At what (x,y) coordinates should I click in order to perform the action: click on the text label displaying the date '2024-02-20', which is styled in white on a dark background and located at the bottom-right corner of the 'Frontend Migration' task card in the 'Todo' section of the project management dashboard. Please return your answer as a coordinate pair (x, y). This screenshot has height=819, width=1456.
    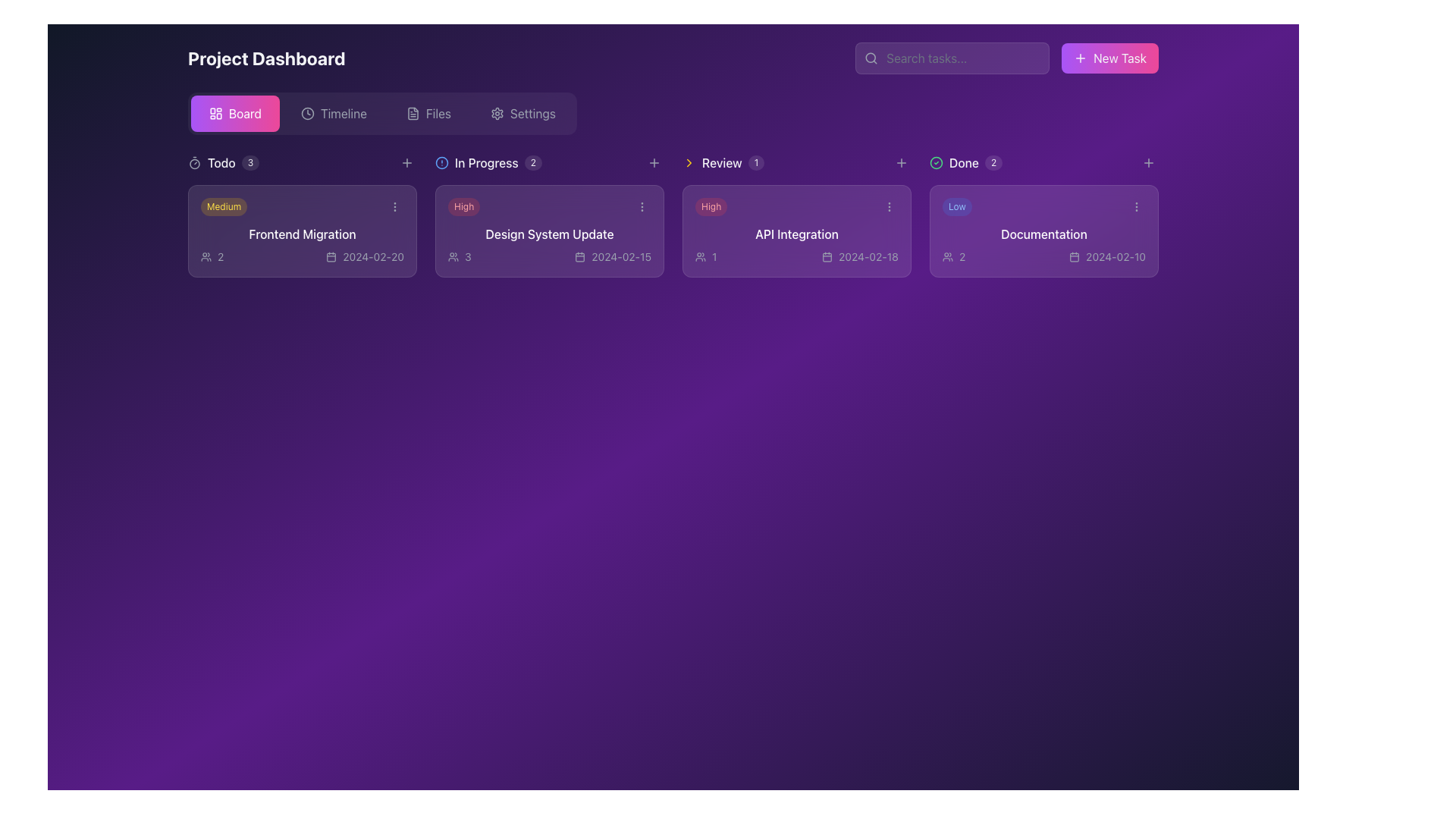
    Looking at the image, I should click on (373, 256).